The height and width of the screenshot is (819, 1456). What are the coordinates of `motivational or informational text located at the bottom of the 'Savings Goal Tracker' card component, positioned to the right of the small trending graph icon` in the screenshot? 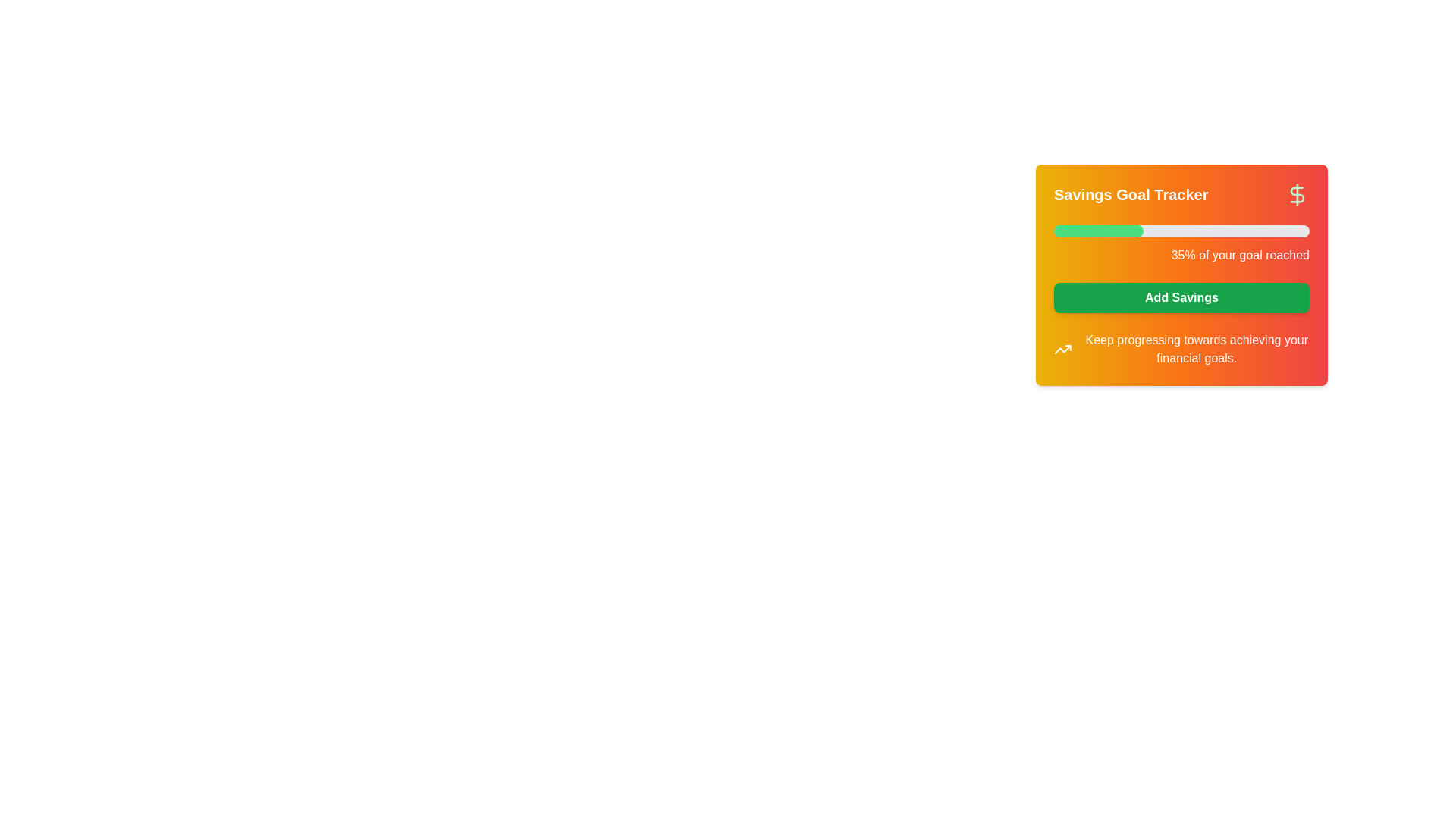 It's located at (1196, 350).